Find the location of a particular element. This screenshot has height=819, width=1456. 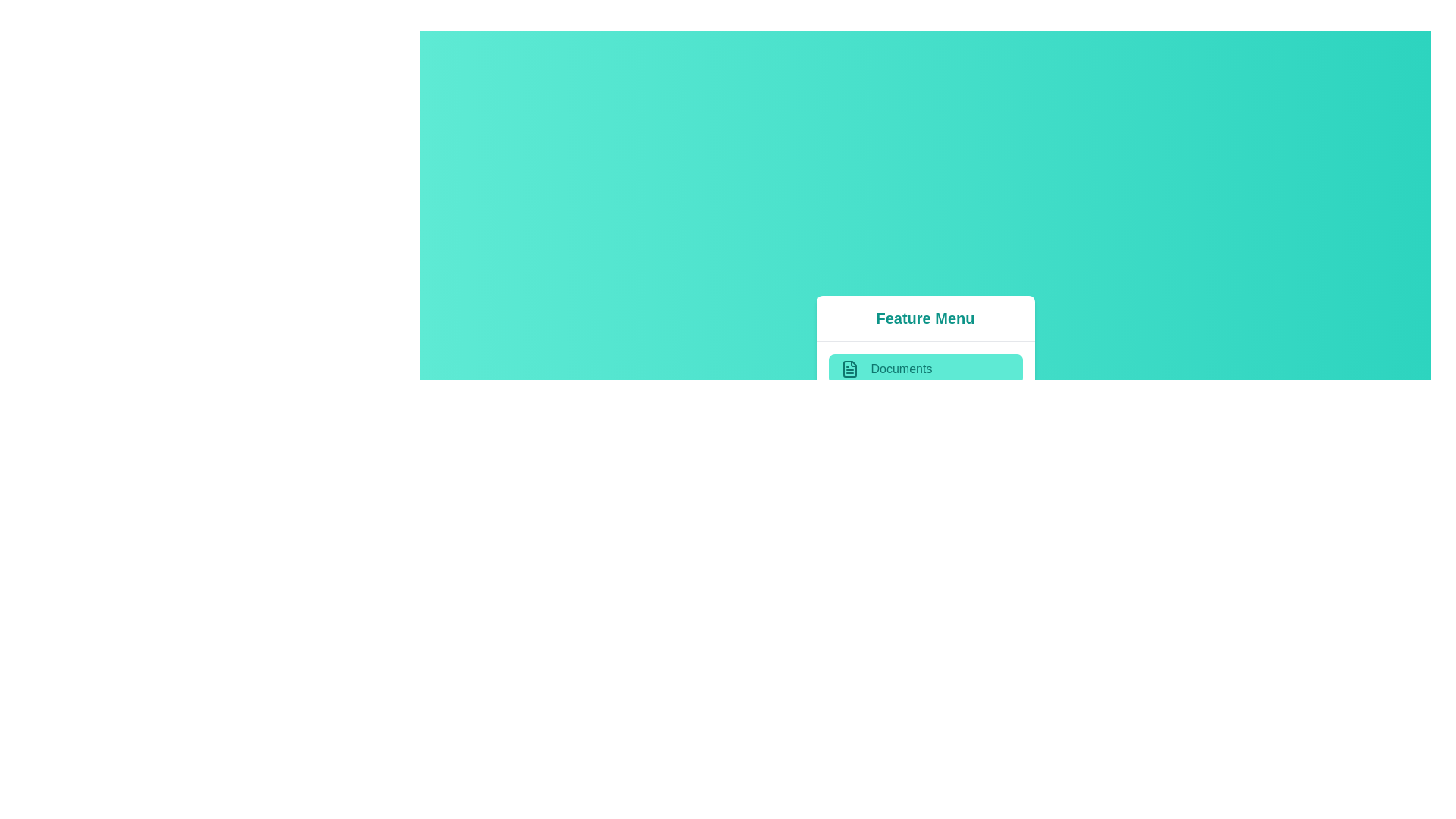

the document icon with a light teal background and a folded corner is located at coordinates (849, 369).